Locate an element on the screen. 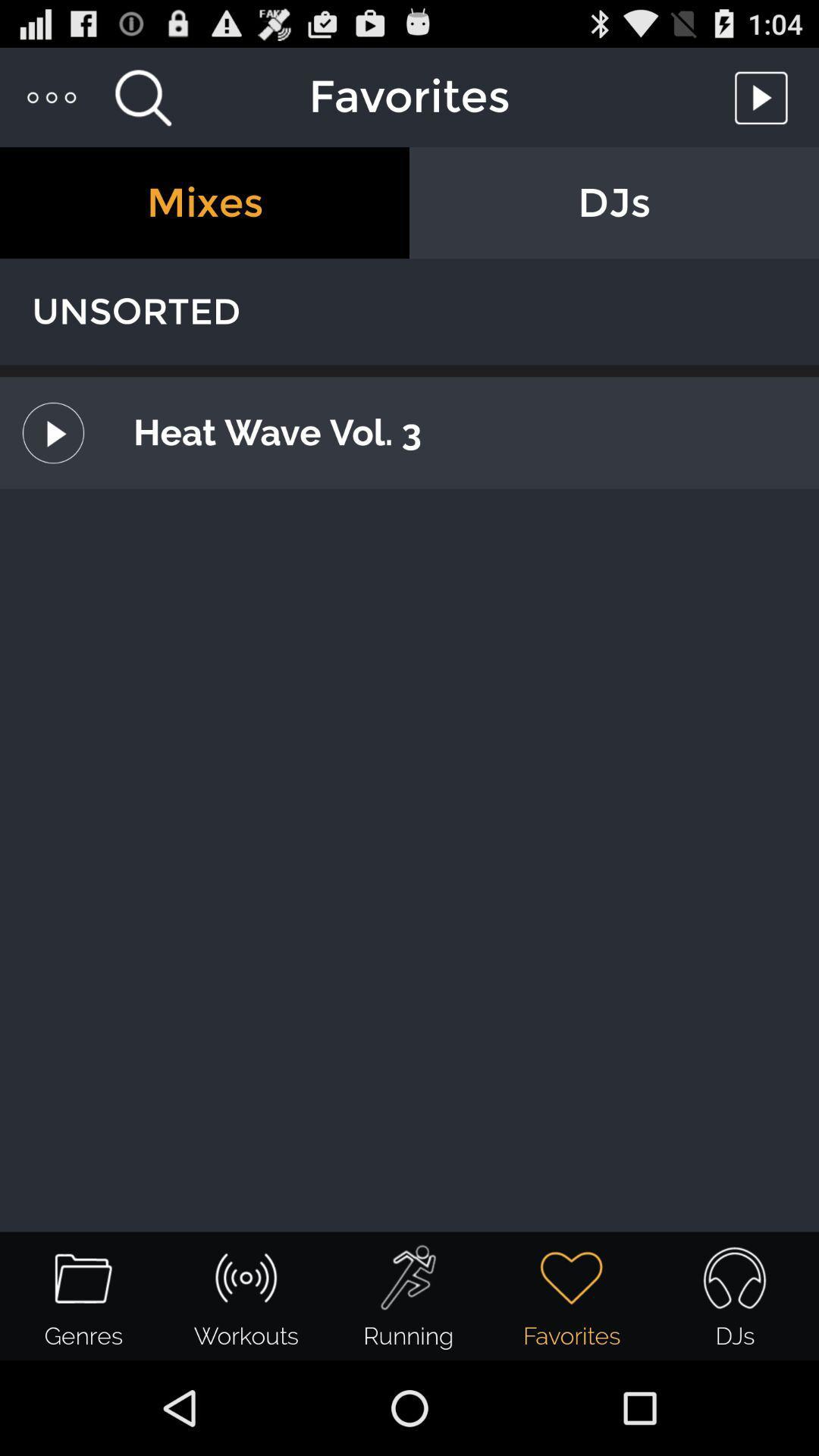 This screenshot has height=1456, width=819. selection is located at coordinates (765, 96).